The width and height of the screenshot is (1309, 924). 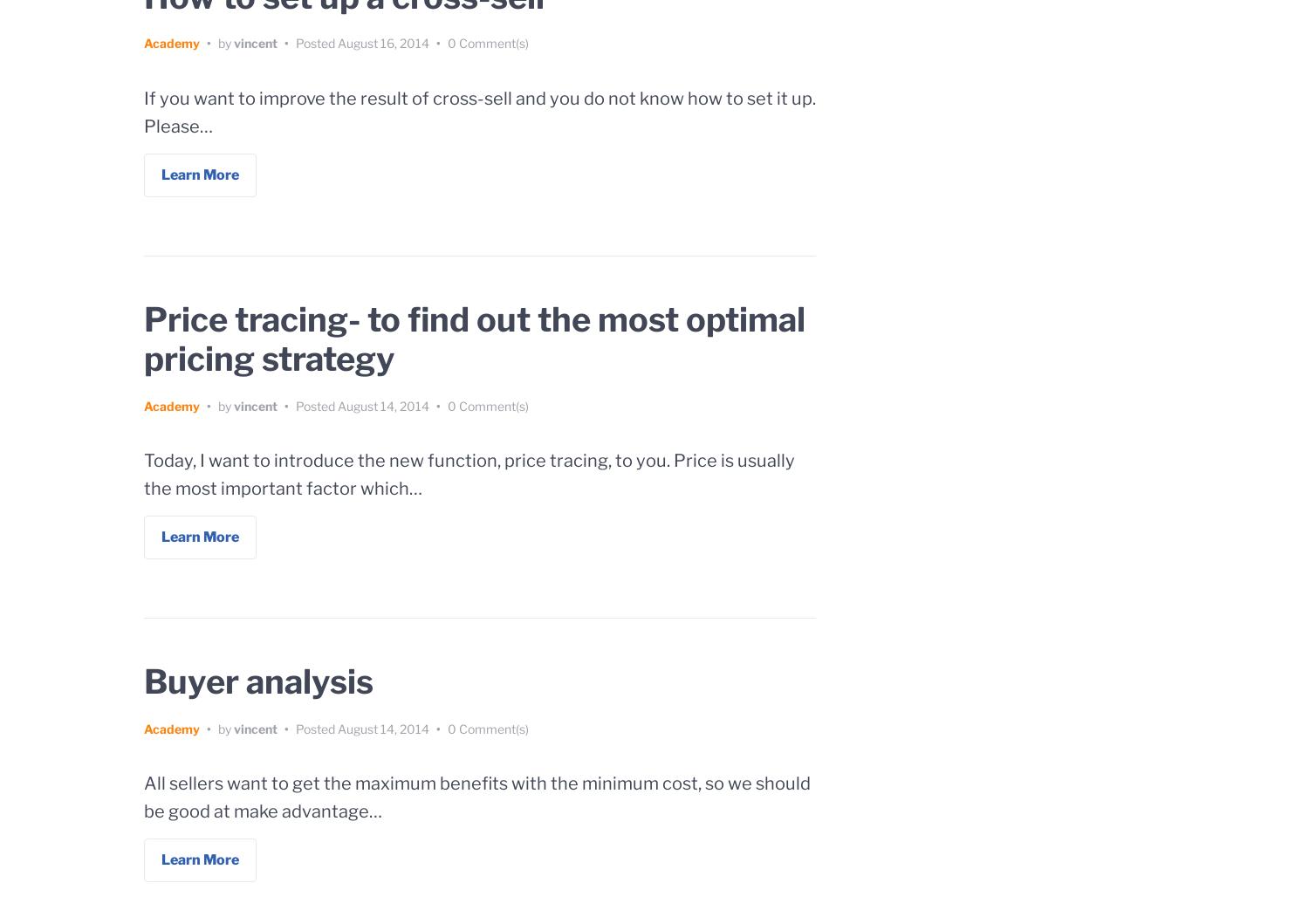 What do you see at coordinates (382, 43) in the screenshot?
I see `'August 16, 2014'` at bounding box center [382, 43].